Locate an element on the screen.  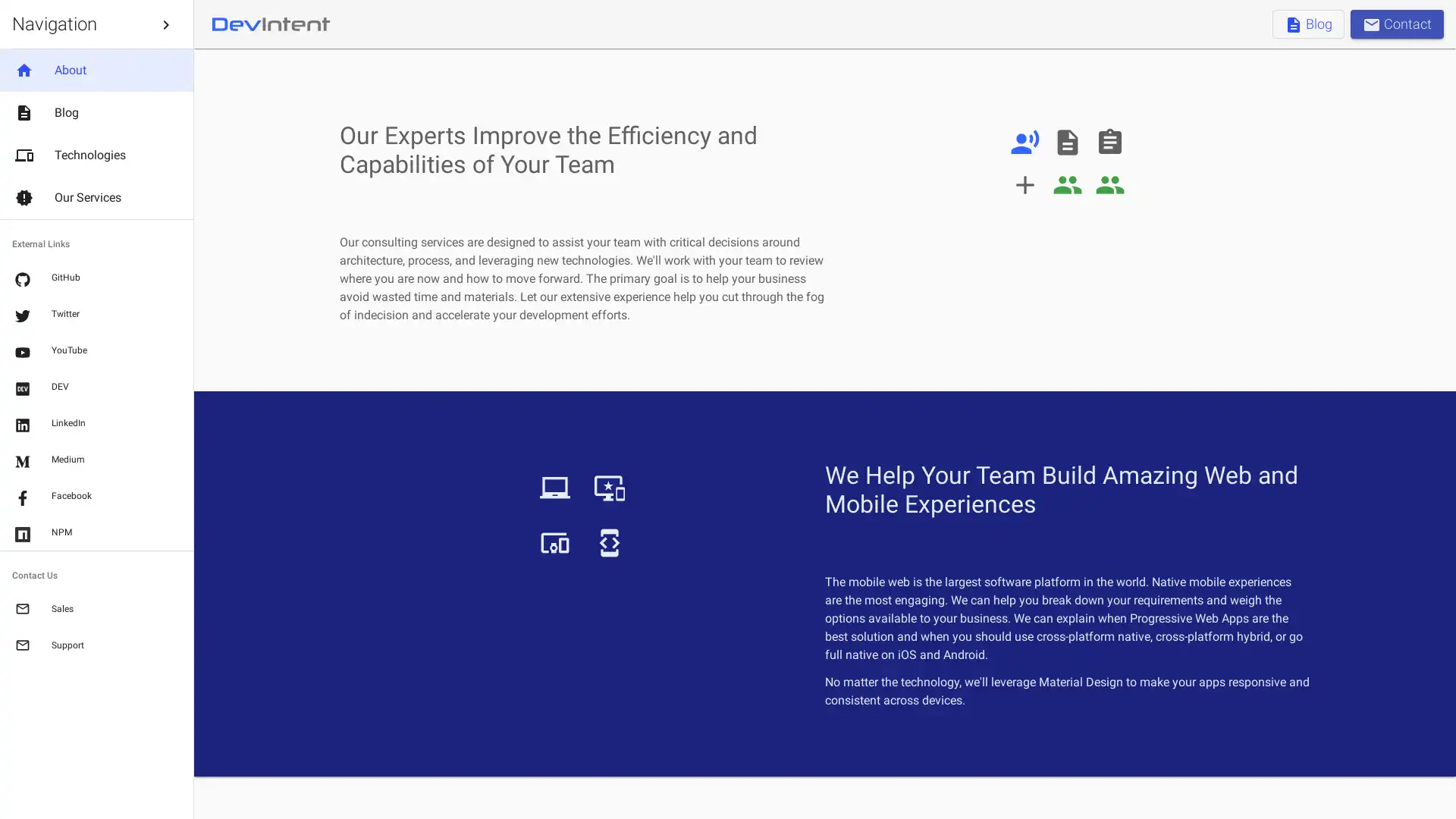
Skip to main content is located at coordinates (166, 24).